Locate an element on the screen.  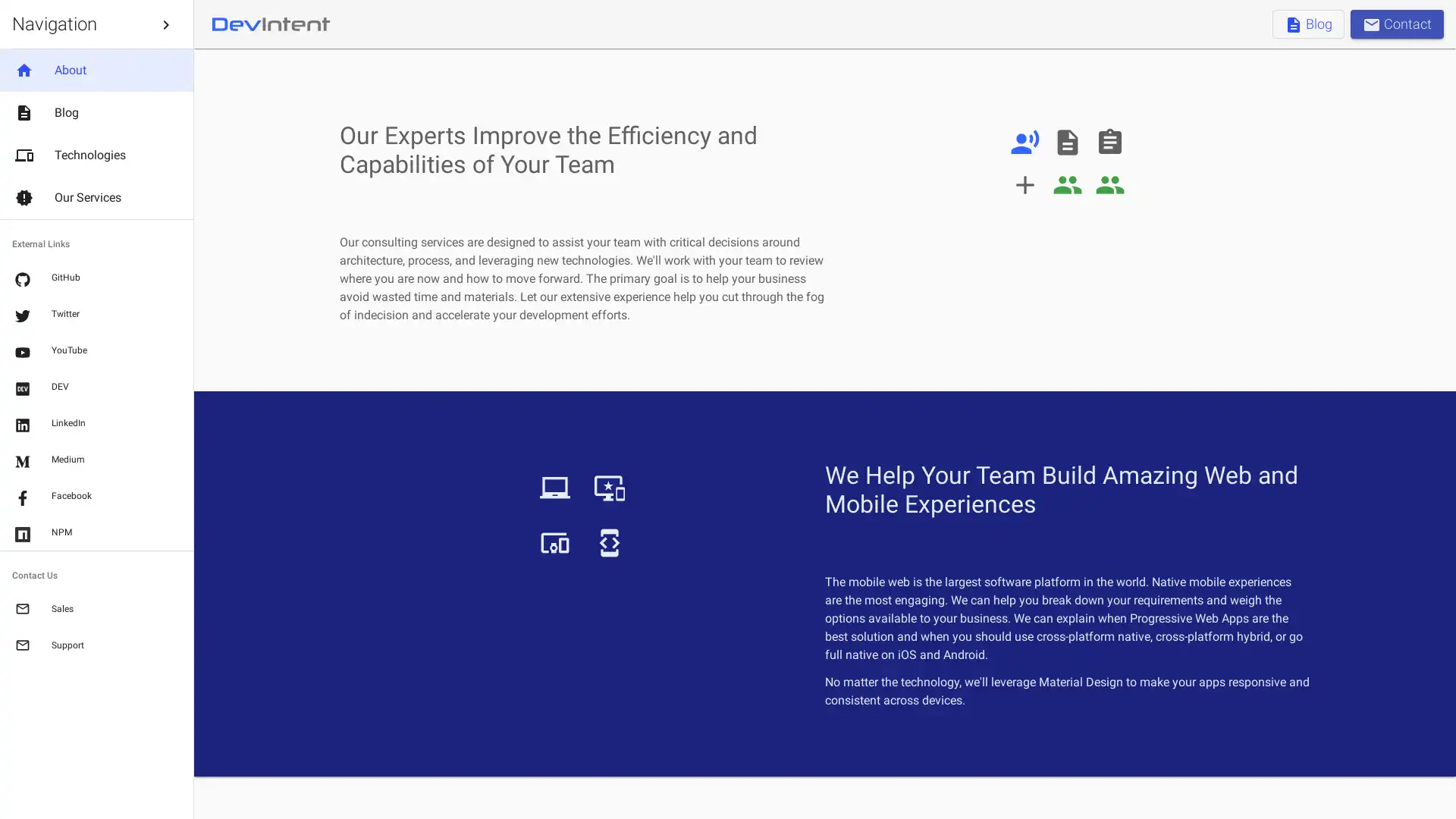
Skip to main content is located at coordinates (166, 24).